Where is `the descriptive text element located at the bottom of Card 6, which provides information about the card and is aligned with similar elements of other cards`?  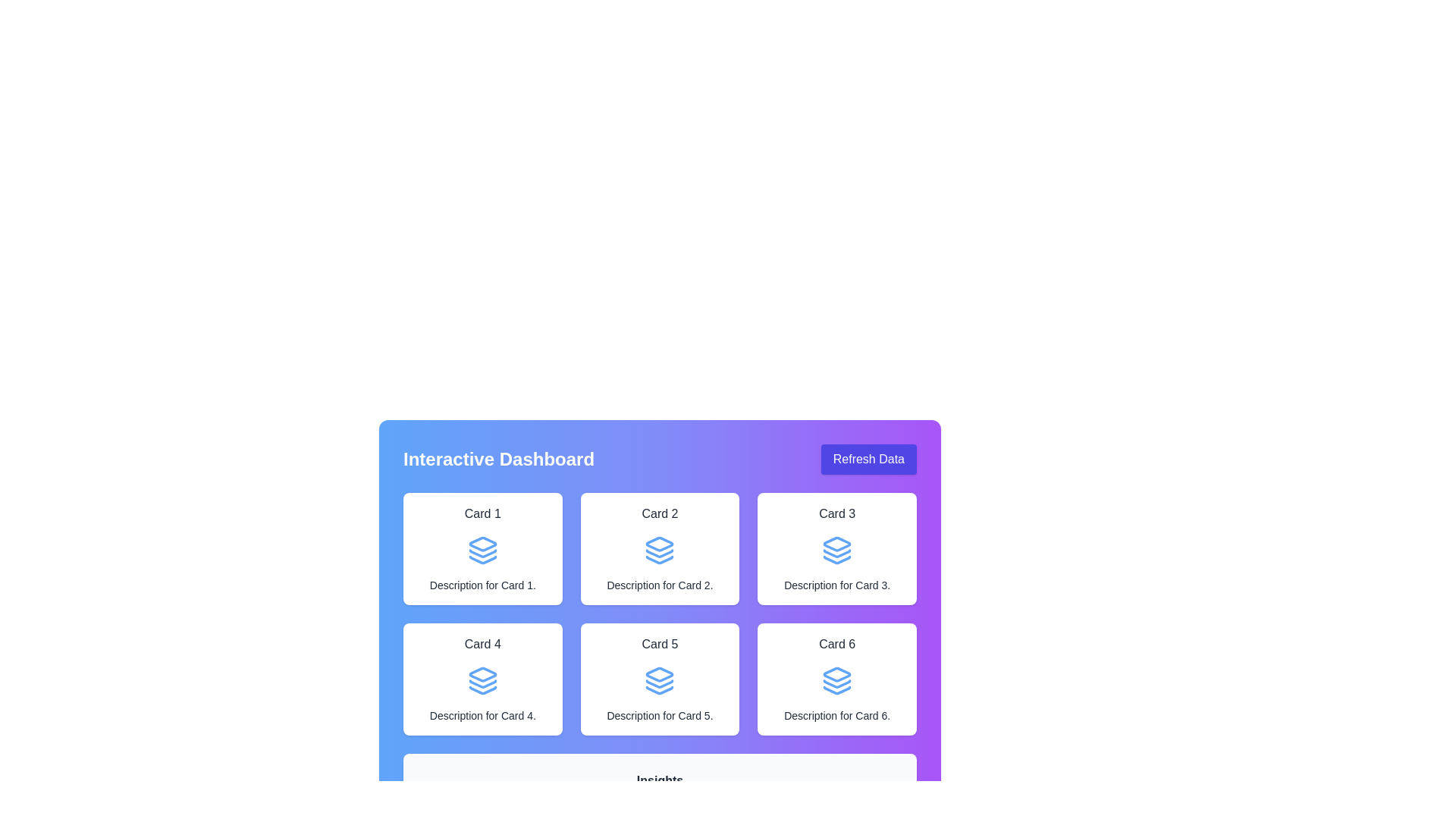 the descriptive text element located at the bottom of Card 6, which provides information about the card and is aligned with similar elements of other cards is located at coordinates (836, 716).